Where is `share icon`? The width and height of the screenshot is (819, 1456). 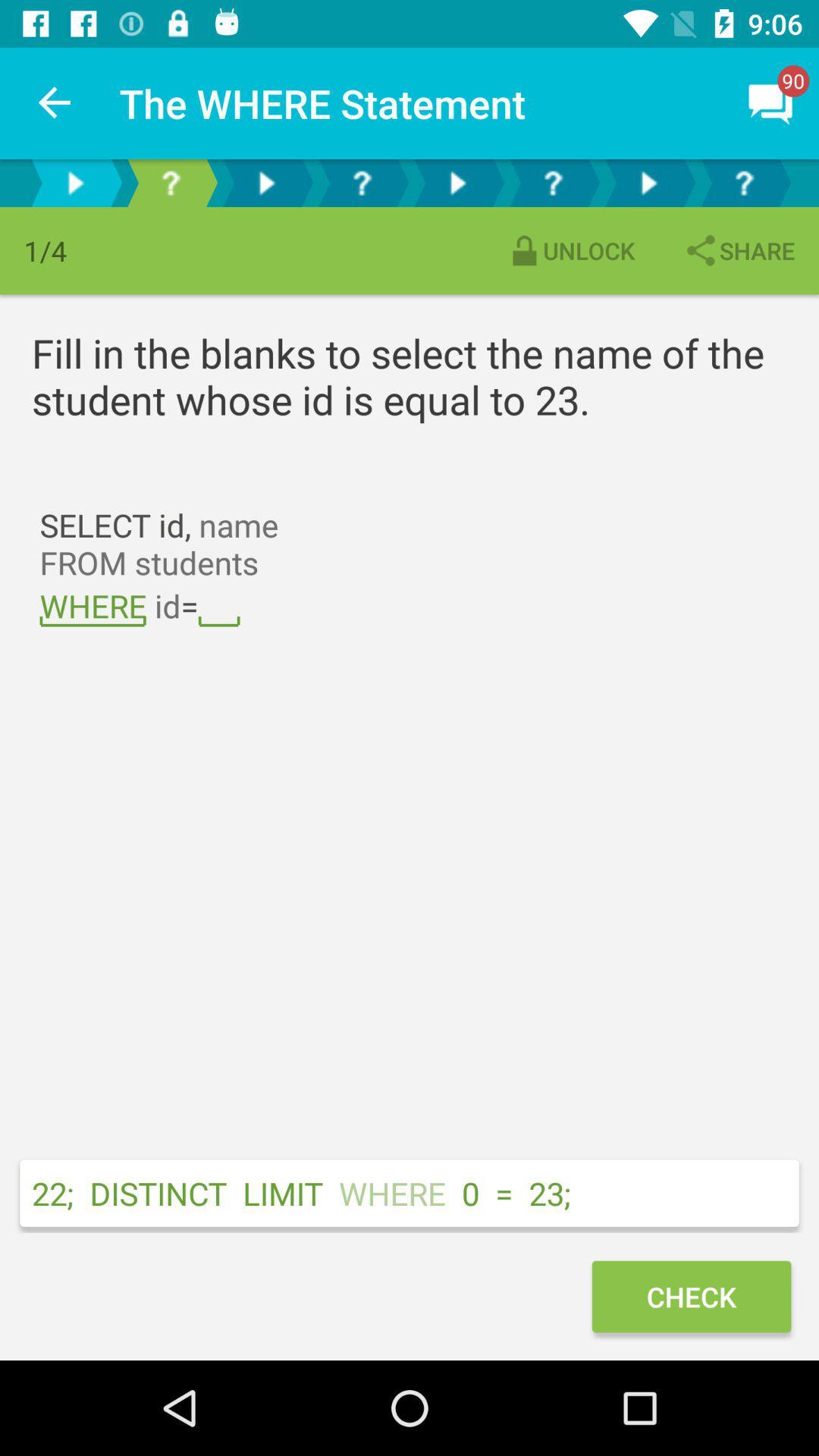 share icon is located at coordinates (738, 250).